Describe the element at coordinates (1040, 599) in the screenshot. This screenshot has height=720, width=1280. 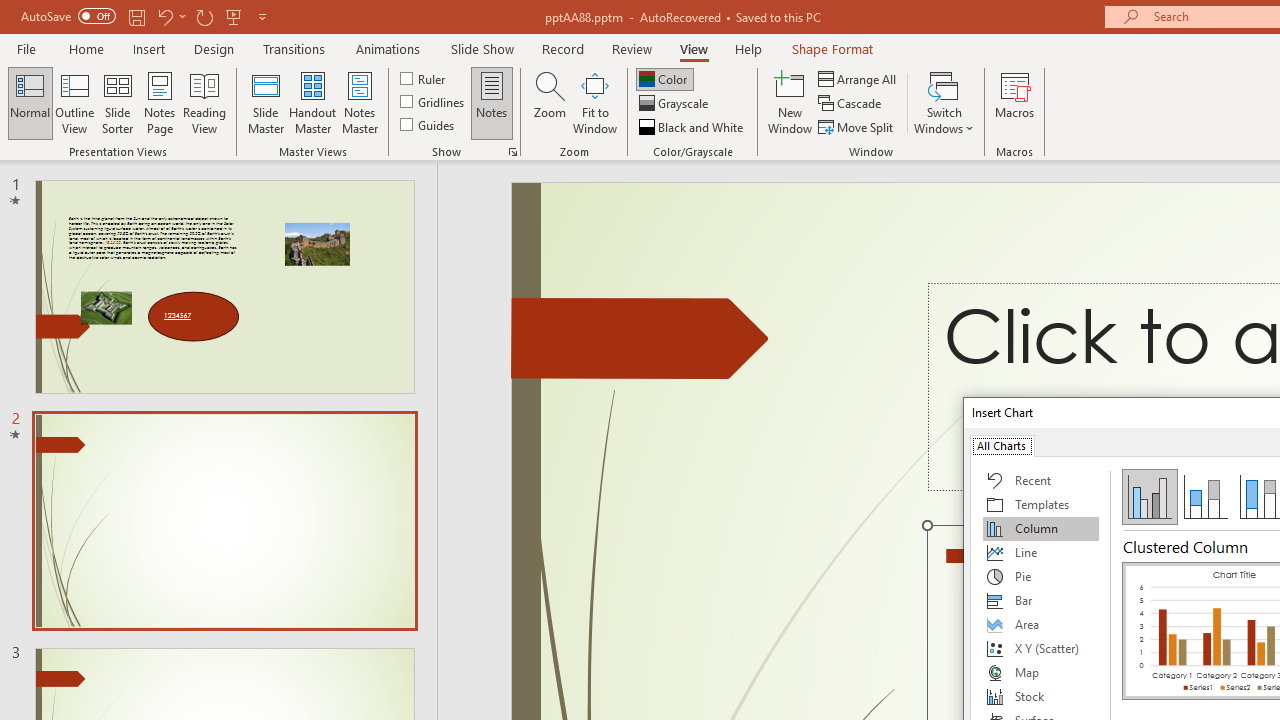
I see `'Bar'` at that location.